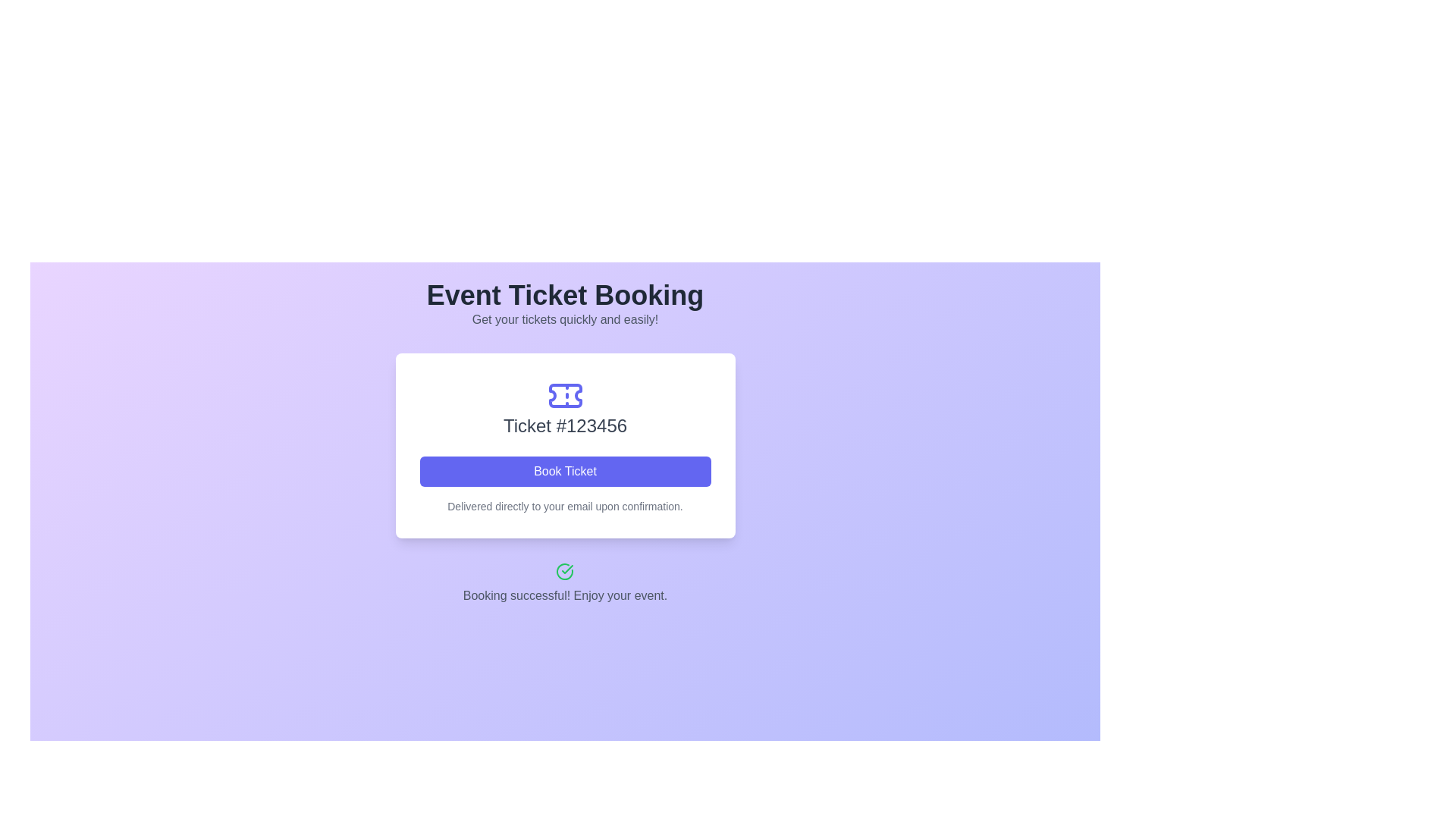 The width and height of the screenshot is (1456, 819). I want to click on the static text displaying the ticket number, which is positioned below a ticket icon and above the 'Book Ticket' button, so click(564, 426).